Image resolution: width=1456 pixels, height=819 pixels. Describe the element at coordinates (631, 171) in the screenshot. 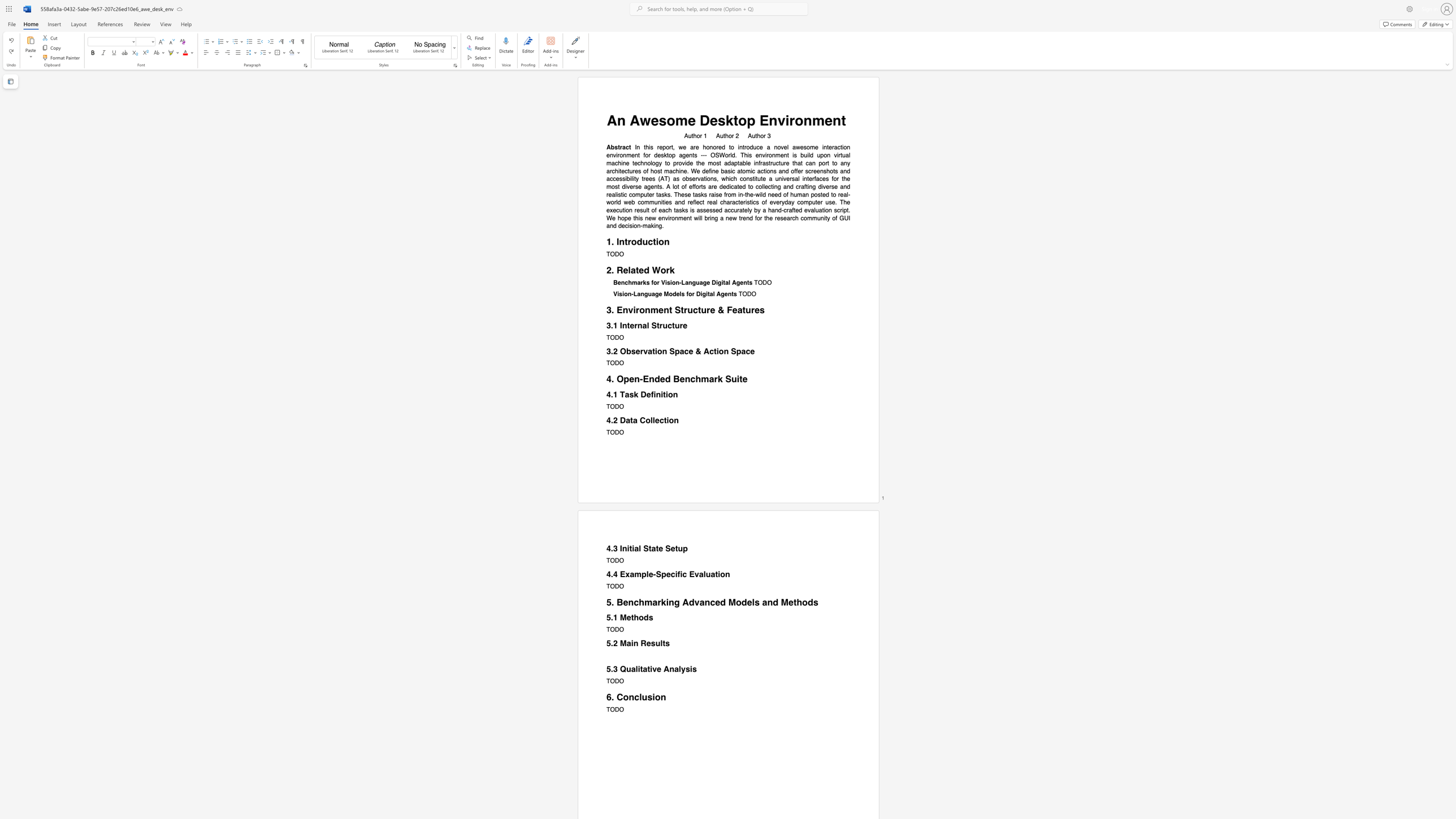

I see `the 7th character "u" in the text` at that location.